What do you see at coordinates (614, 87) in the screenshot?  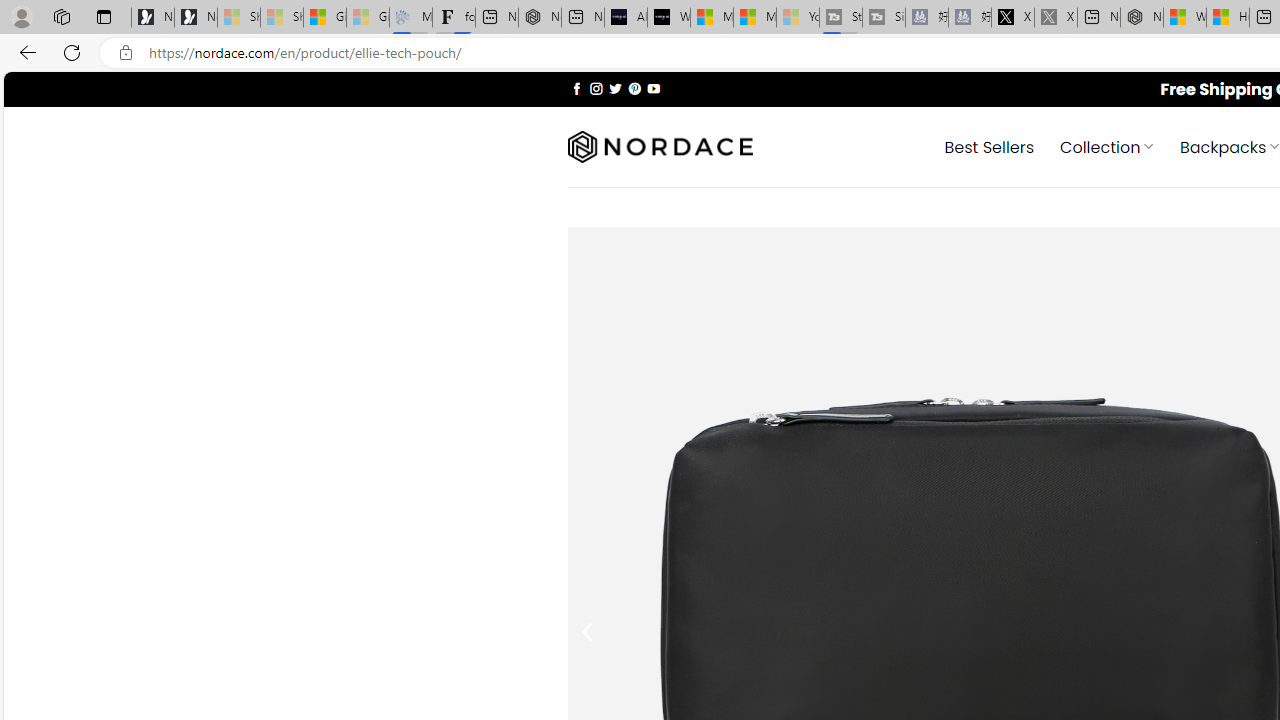 I see `'Follow on Twitter'` at bounding box center [614, 87].